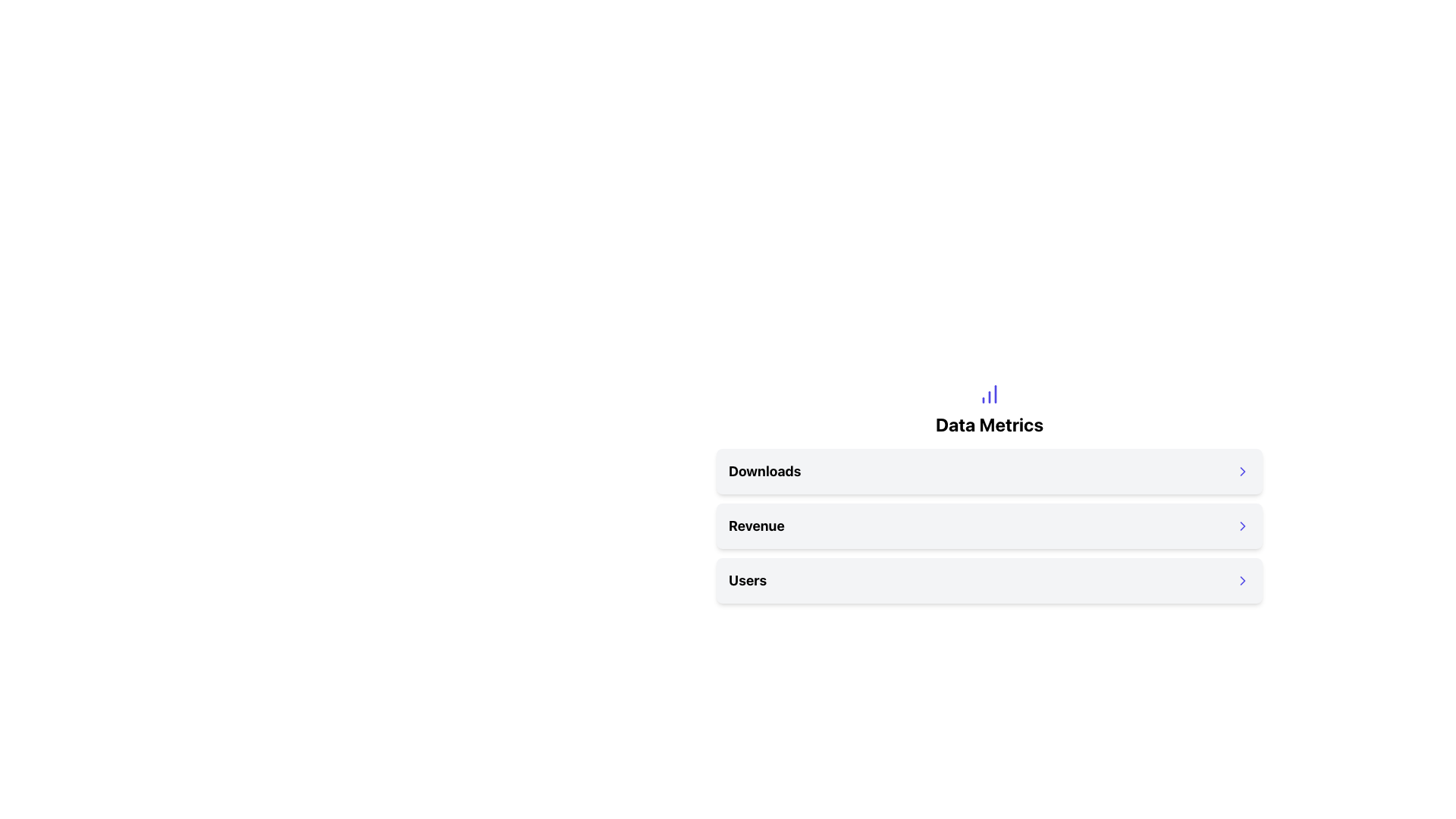  I want to click on the 'Revenue' button located on the second card in the 'Data Metrics' section, so click(990, 526).